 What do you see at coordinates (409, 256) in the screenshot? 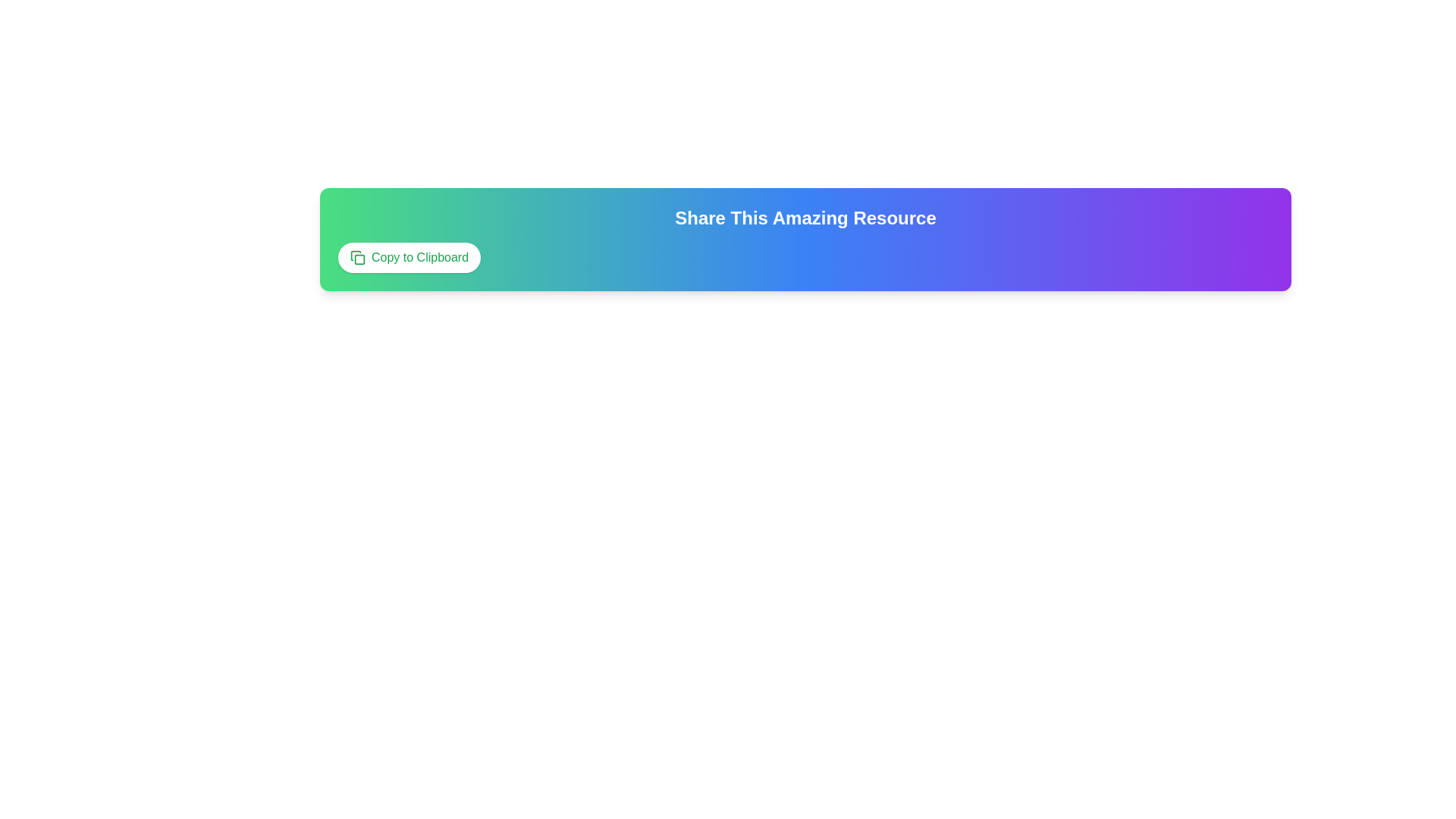
I see `the 'Copy to Clipboard' button, which has a white background, rounded edges, and green text, to observe its hover effects` at bounding box center [409, 256].